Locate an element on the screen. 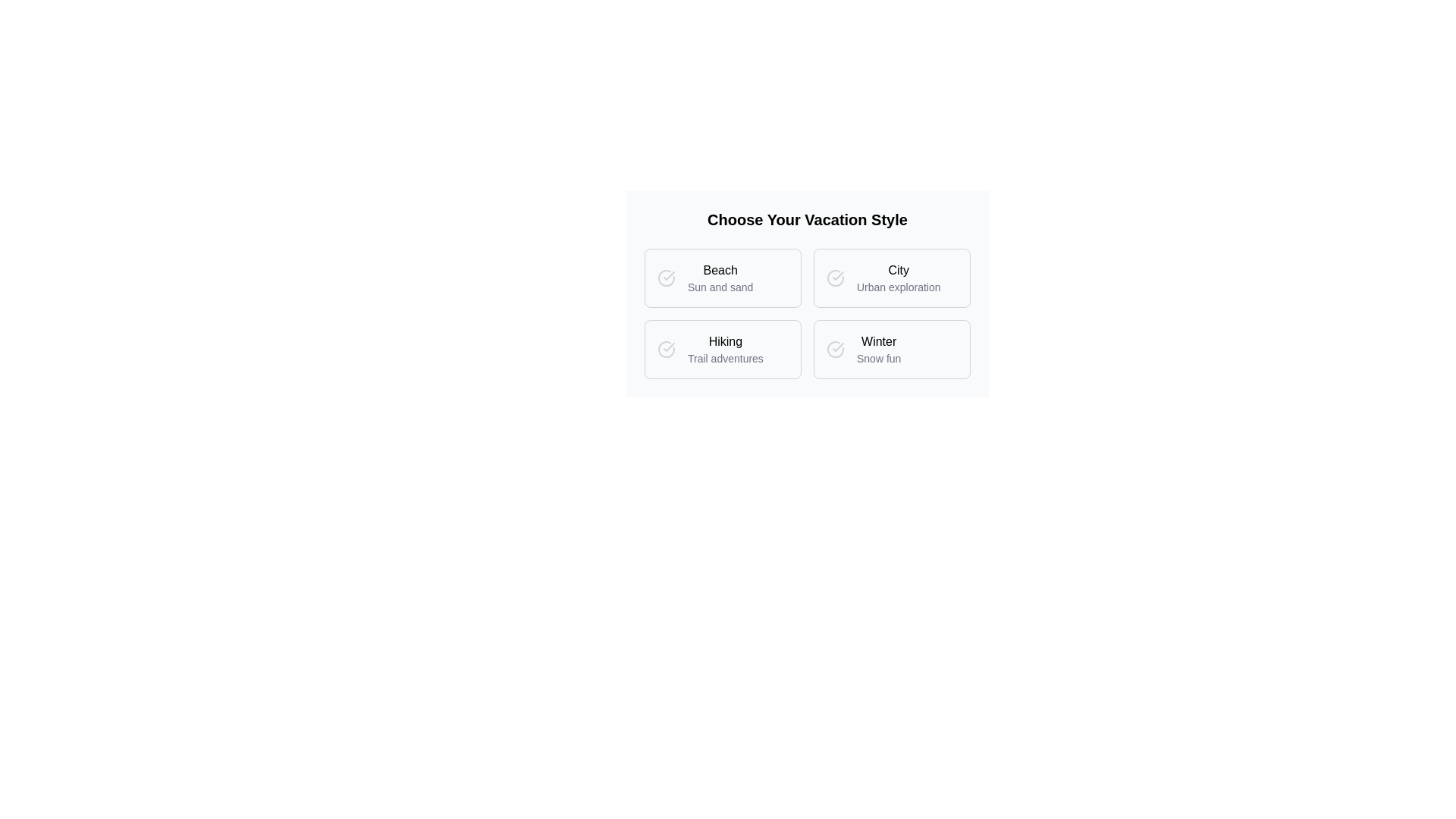 The image size is (1456, 819). the radio button for the 'Beach' option is located at coordinates (666, 278).